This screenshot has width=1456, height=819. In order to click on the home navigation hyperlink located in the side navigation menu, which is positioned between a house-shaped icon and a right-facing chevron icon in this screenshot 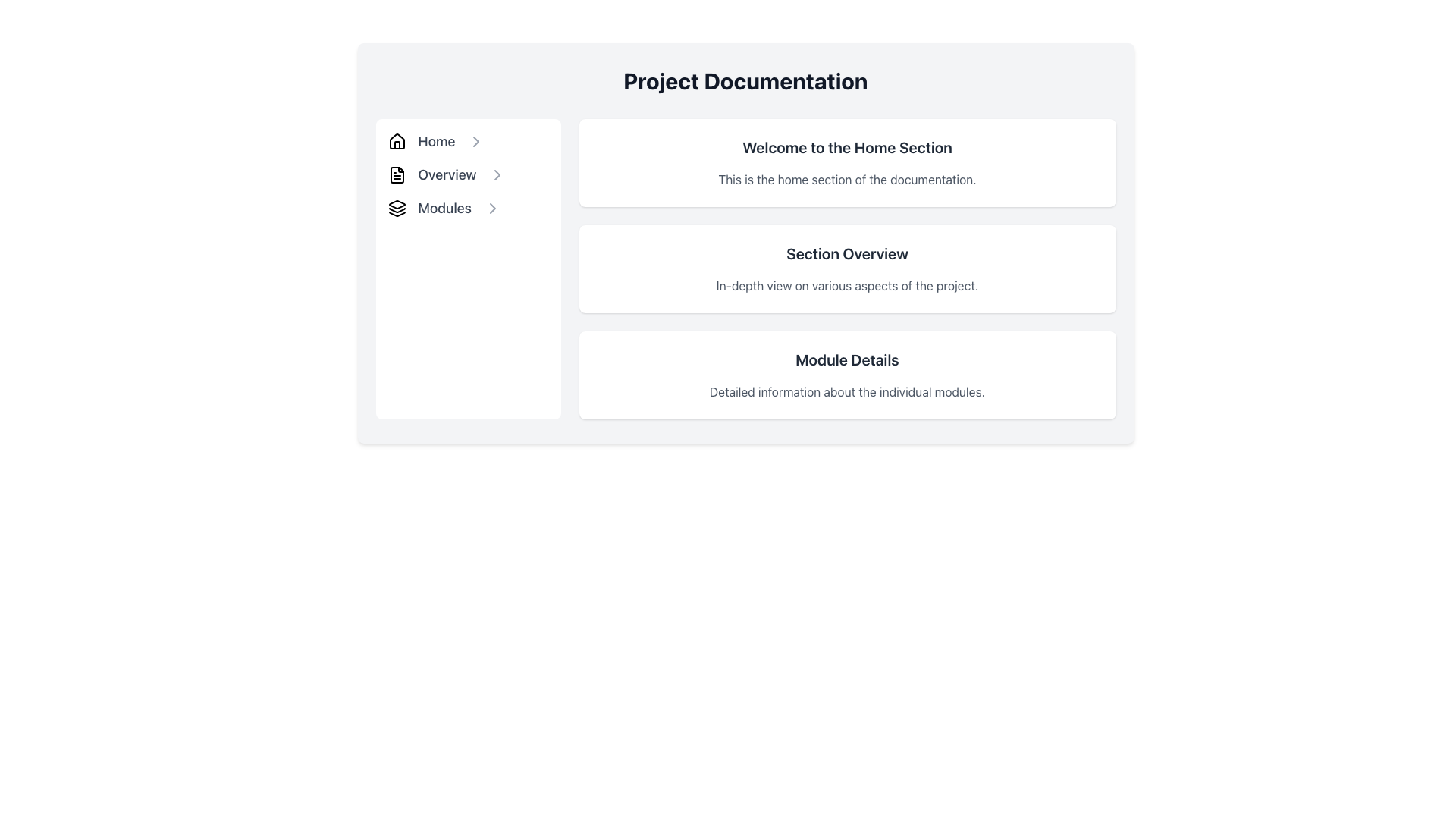, I will do `click(436, 141)`.